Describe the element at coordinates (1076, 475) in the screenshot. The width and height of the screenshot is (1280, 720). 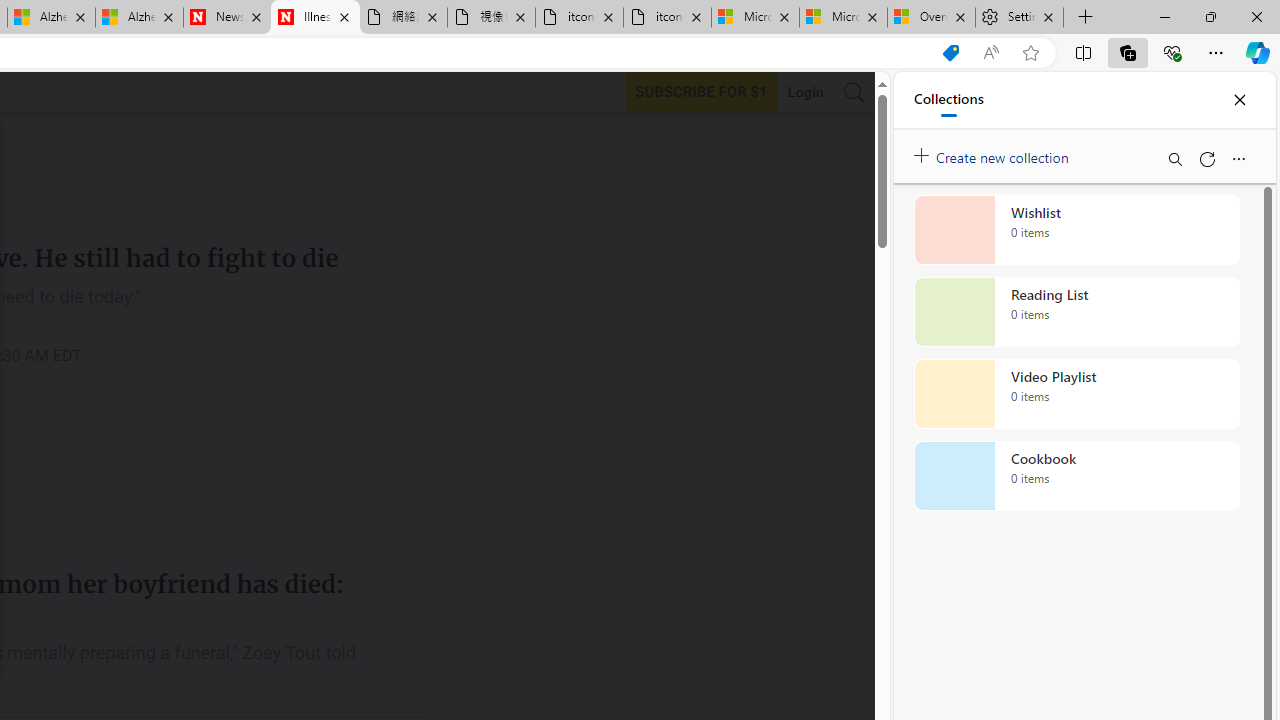
I see `'Cookbook collection, 0 items'` at that location.